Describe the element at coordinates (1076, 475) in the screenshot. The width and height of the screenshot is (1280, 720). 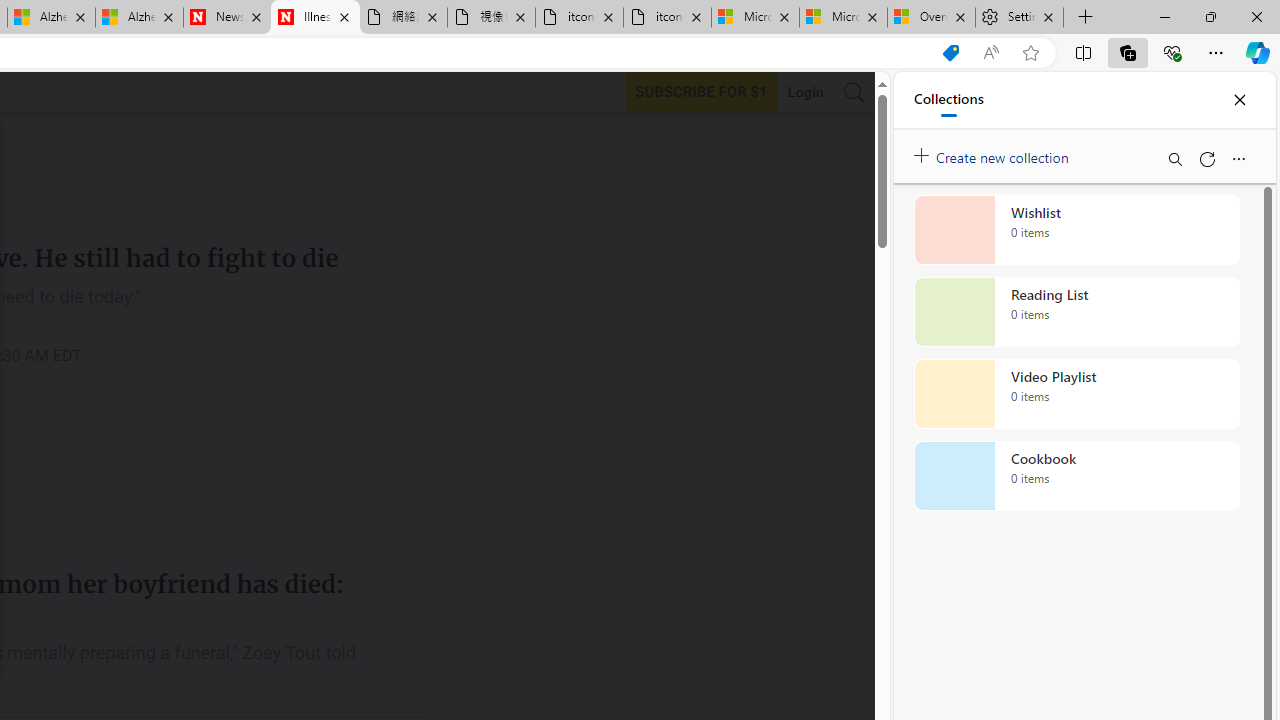
I see `'Cookbook collection, 0 items'` at that location.